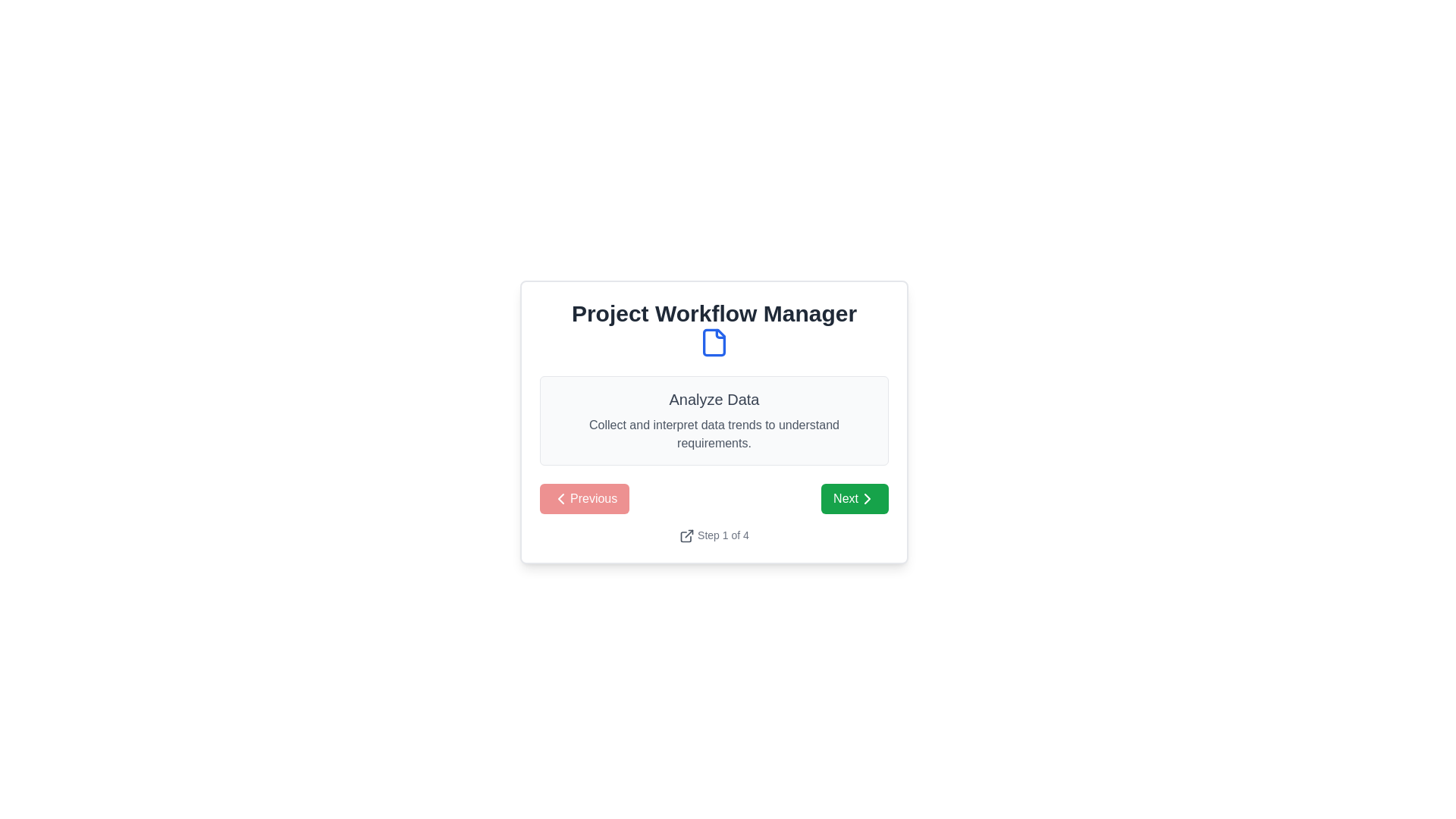 The width and height of the screenshot is (1456, 819). Describe the element at coordinates (713, 342) in the screenshot. I see `the file-like icon with a document shape featuring a fold in the top-right corner, located within the header area near the text 'Project Workflow Manager.'` at that location.